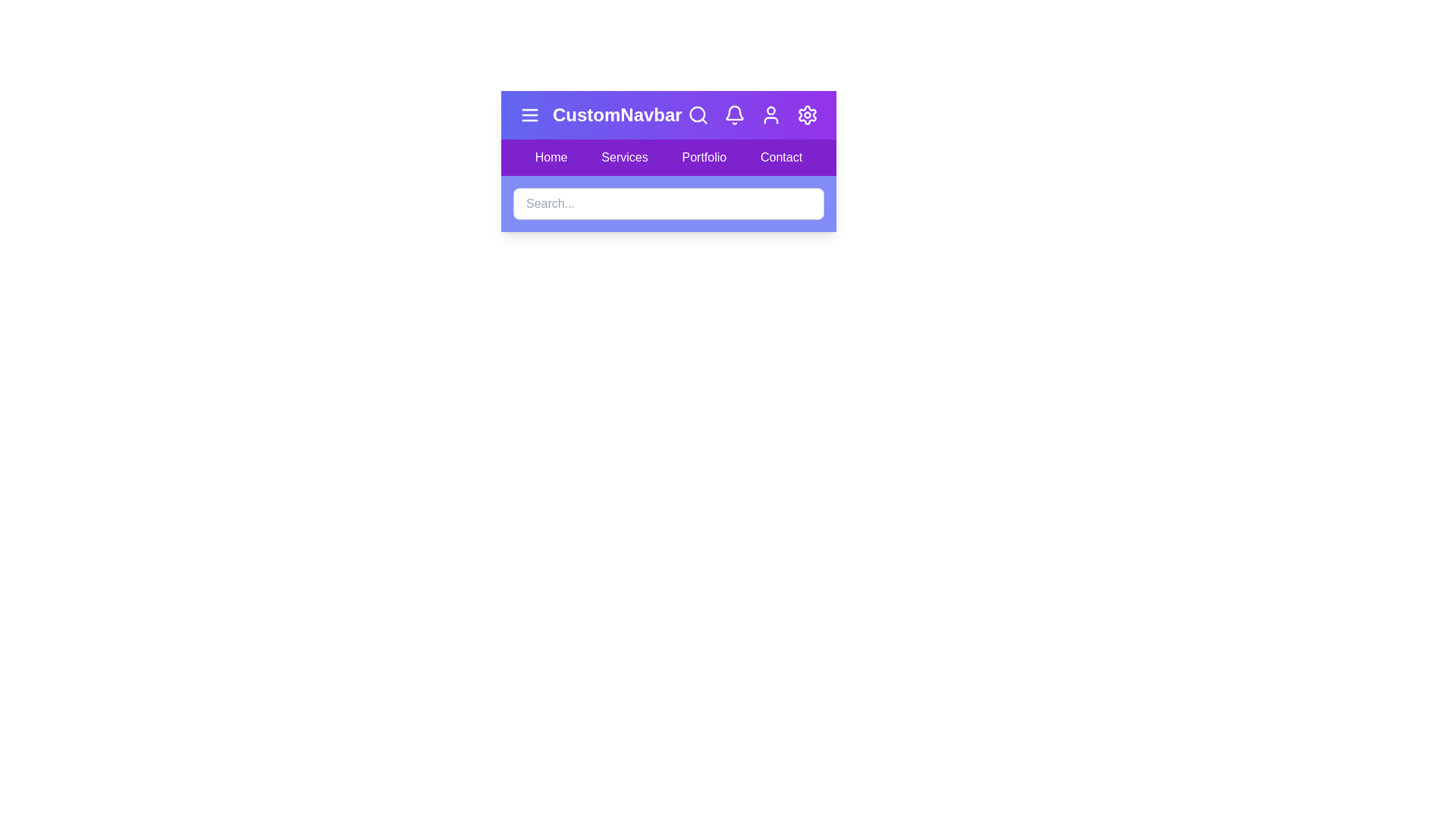  Describe the element at coordinates (735, 114) in the screenshot. I see `the bell icon to access notifications` at that location.